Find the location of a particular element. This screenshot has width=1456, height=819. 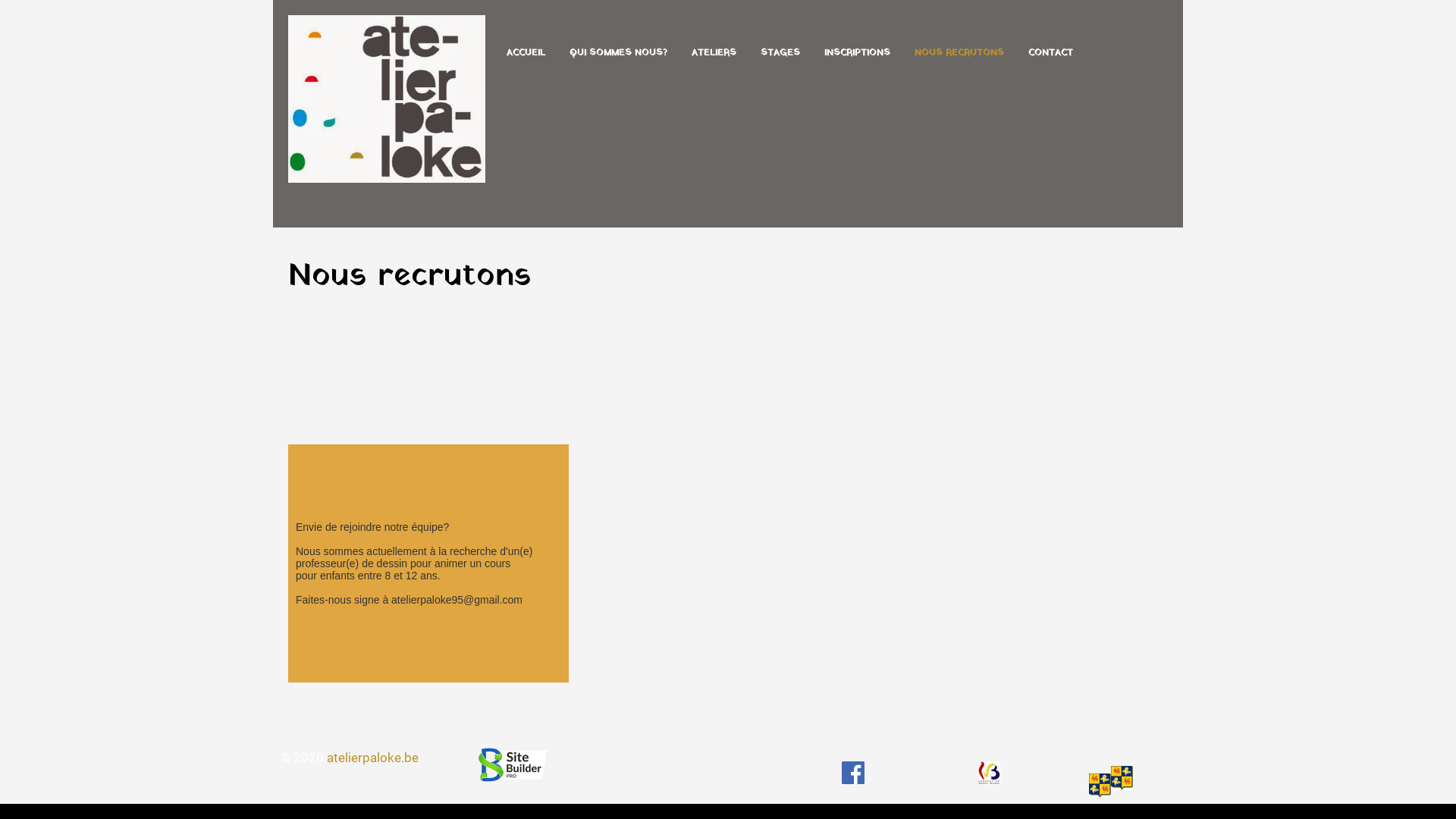

'atelierpaloke.be' is located at coordinates (372, 757).